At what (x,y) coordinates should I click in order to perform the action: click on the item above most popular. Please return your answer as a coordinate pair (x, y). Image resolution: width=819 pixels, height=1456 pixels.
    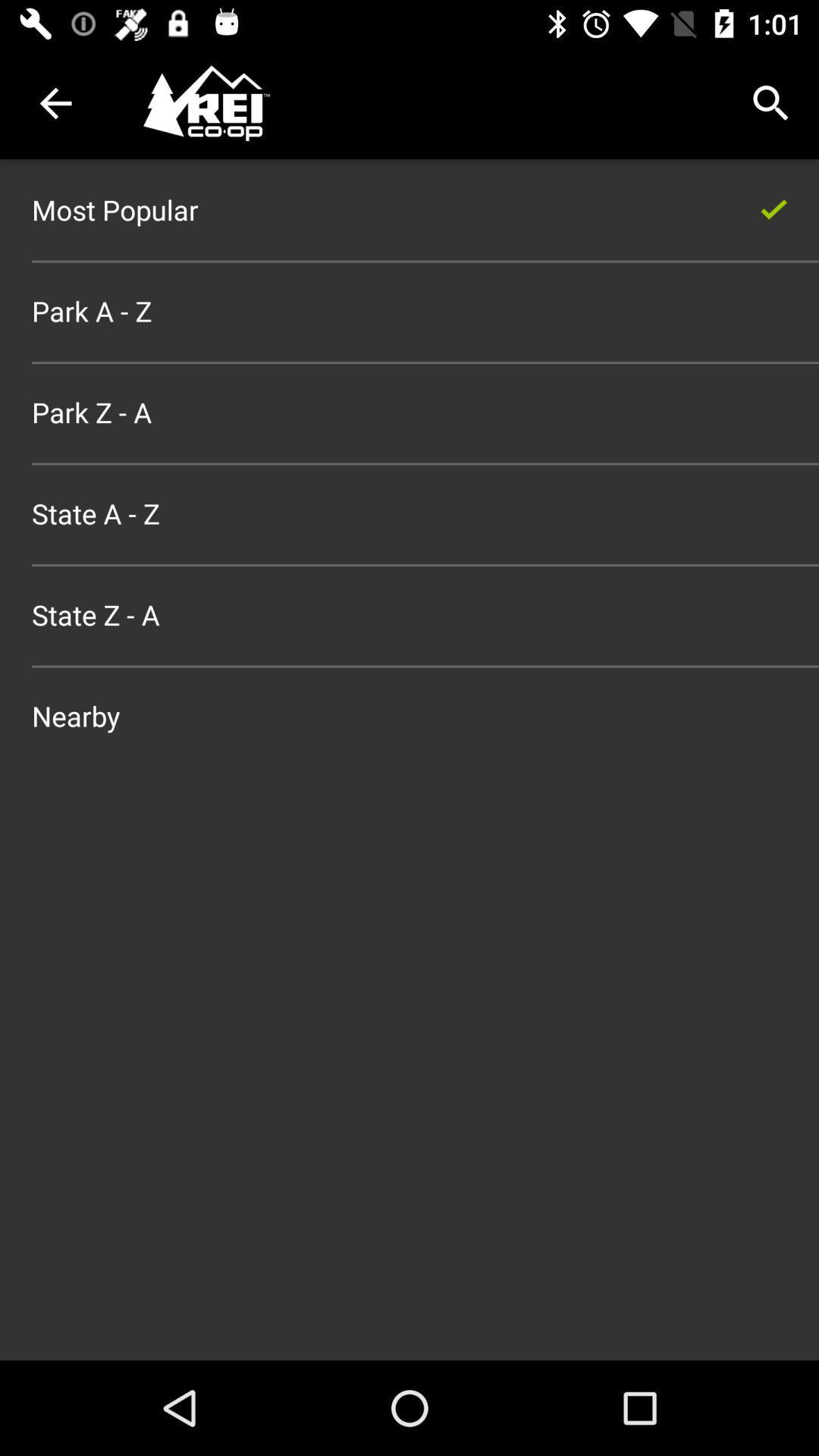
    Looking at the image, I should click on (55, 102).